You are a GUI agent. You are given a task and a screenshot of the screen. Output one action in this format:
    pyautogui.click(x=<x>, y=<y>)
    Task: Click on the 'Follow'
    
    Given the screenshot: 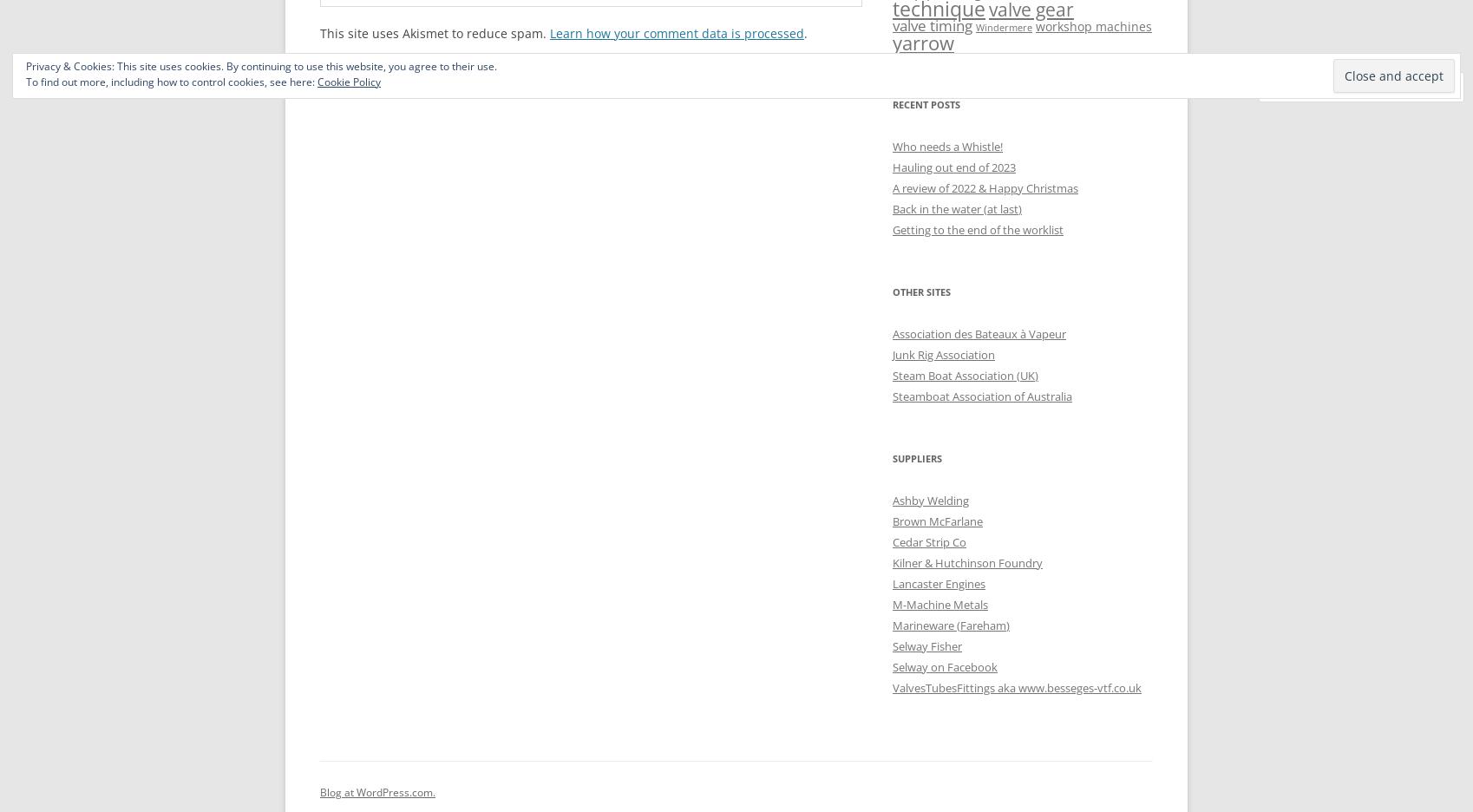 What is the action you would take?
    pyautogui.click(x=1402, y=86)
    